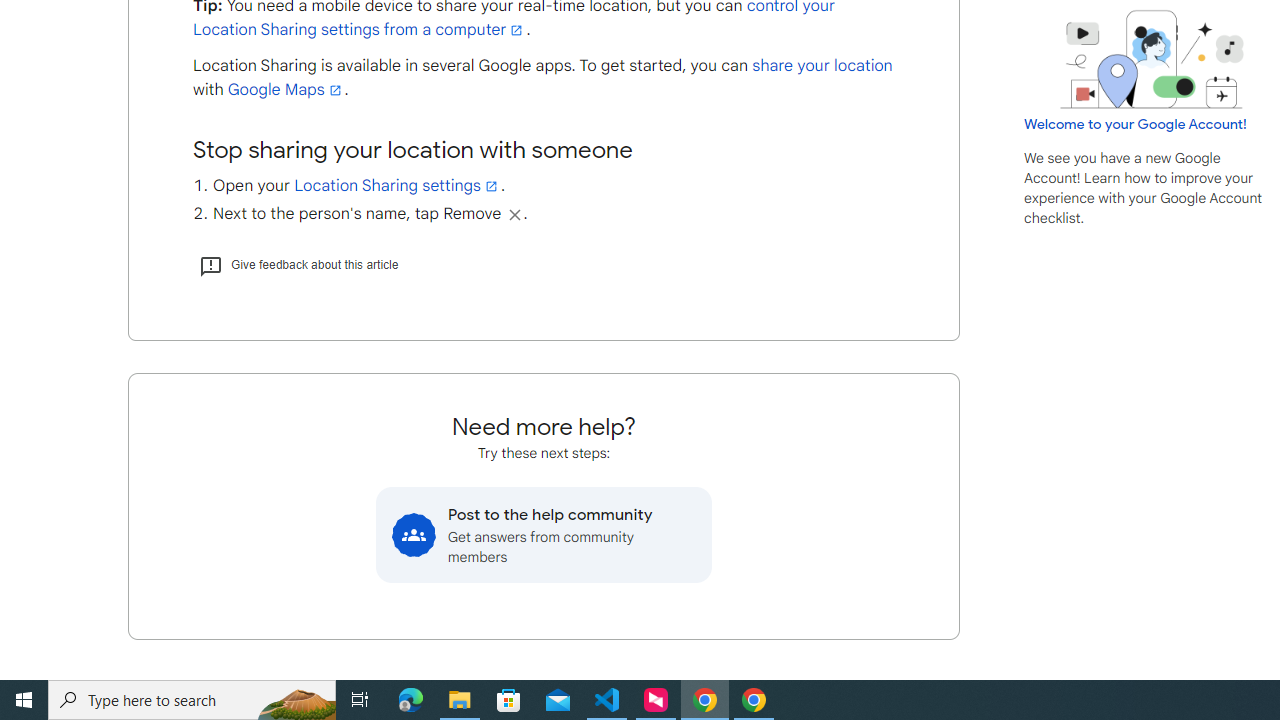 The height and width of the screenshot is (720, 1280). What do you see at coordinates (397, 185) in the screenshot?
I see `'Location Sharing settings'` at bounding box center [397, 185].